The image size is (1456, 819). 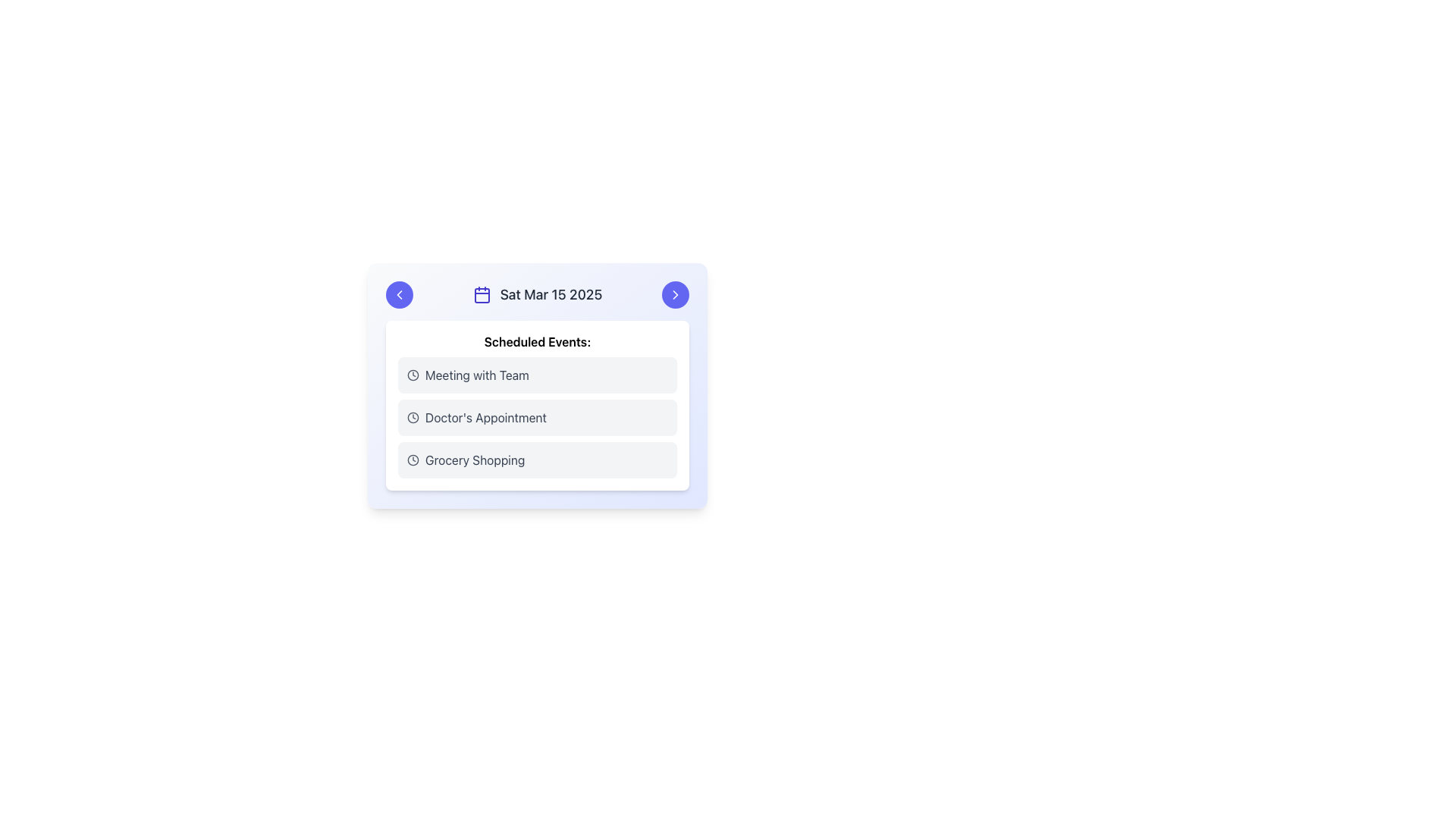 I want to click on the calendar icon located at the top left of the section, which is part of the header alongside the date 'Sat Mar 15 2025', so click(x=481, y=295).